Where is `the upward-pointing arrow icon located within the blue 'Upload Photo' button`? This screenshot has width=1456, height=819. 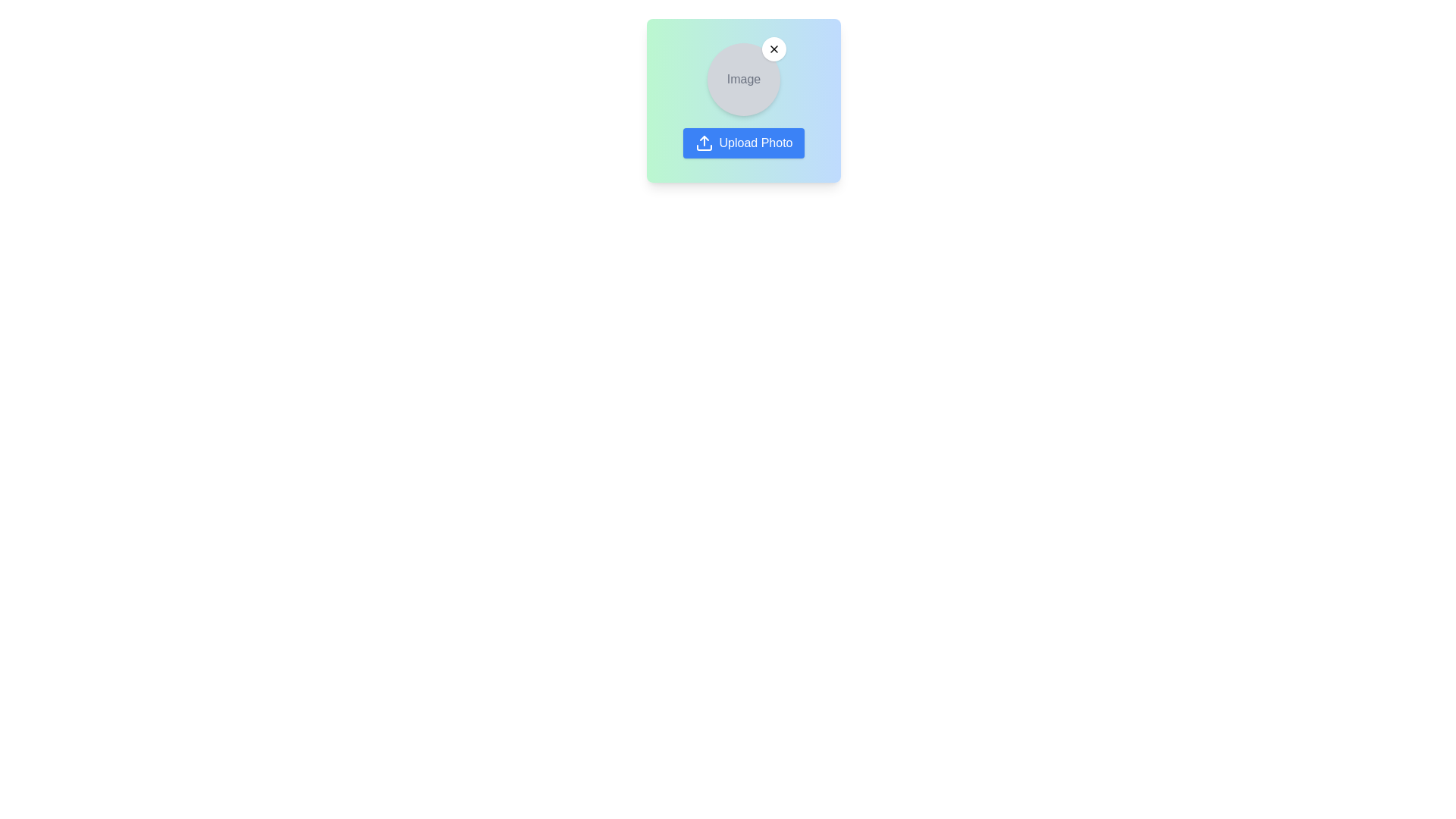 the upward-pointing arrow icon located within the blue 'Upload Photo' button is located at coordinates (703, 143).